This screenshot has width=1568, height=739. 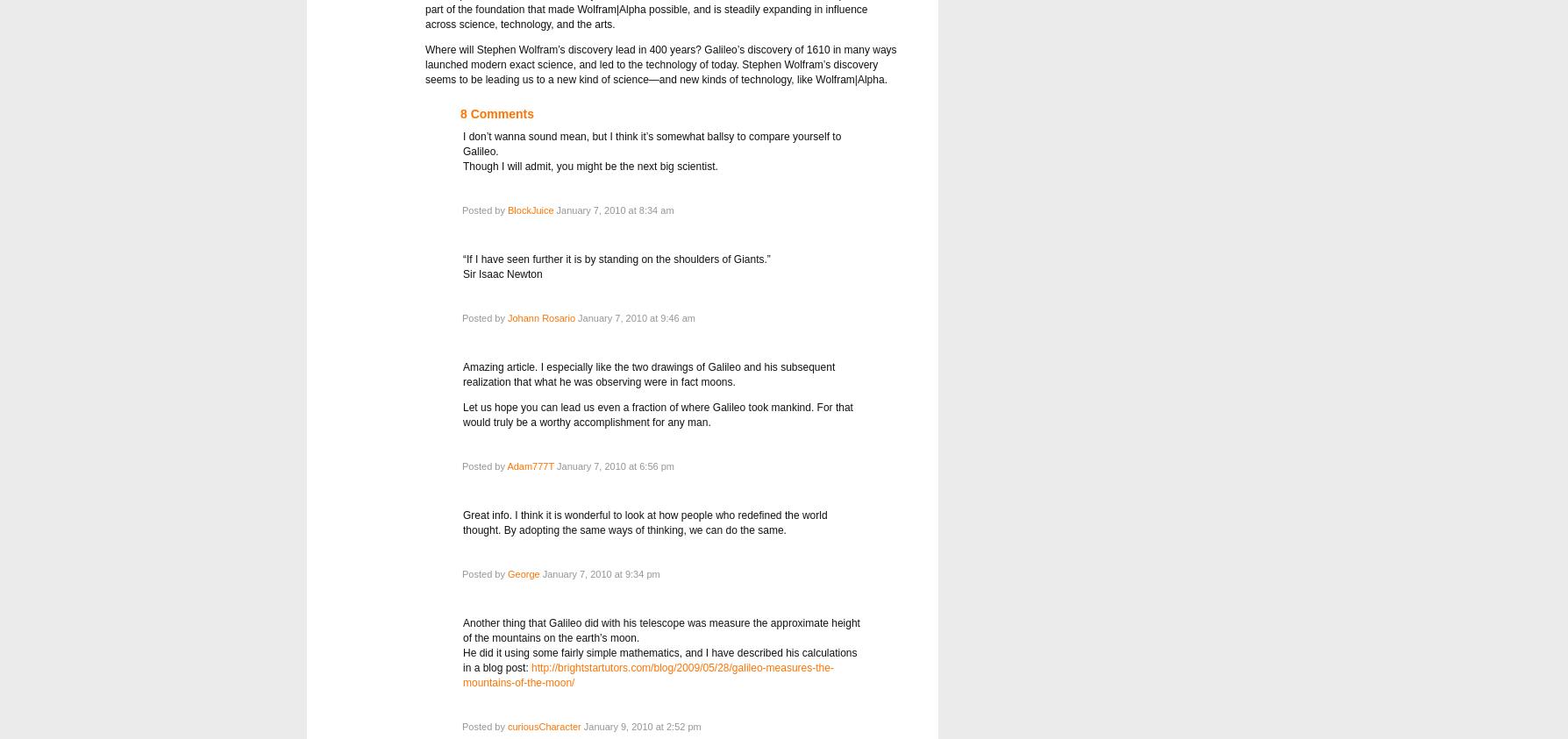 What do you see at coordinates (496, 112) in the screenshot?
I see `'8 Comments'` at bounding box center [496, 112].